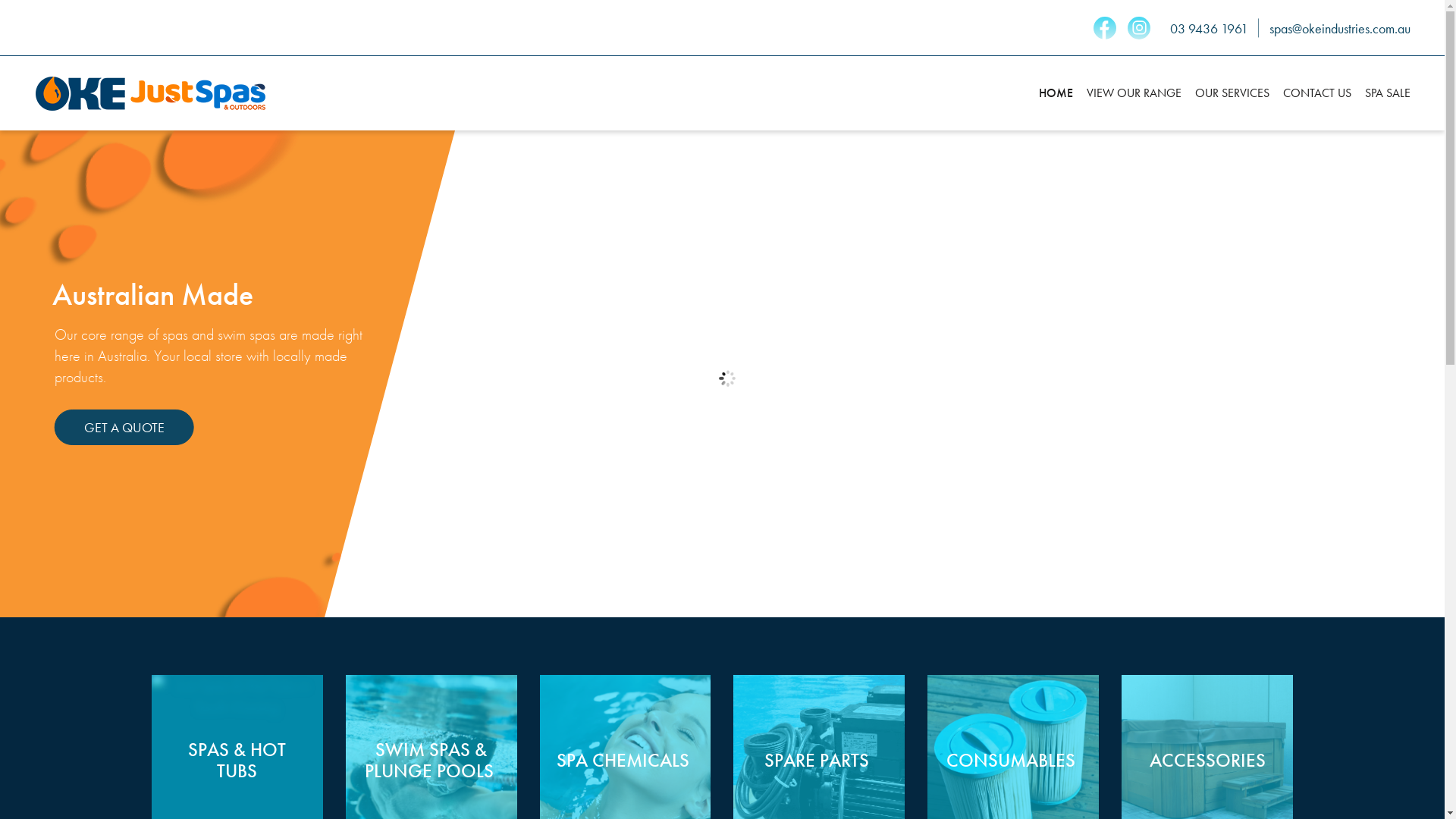  Describe the element at coordinates (236, 760) in the screenshot. I see `'SPAS & HOT TUBS'` at that location.